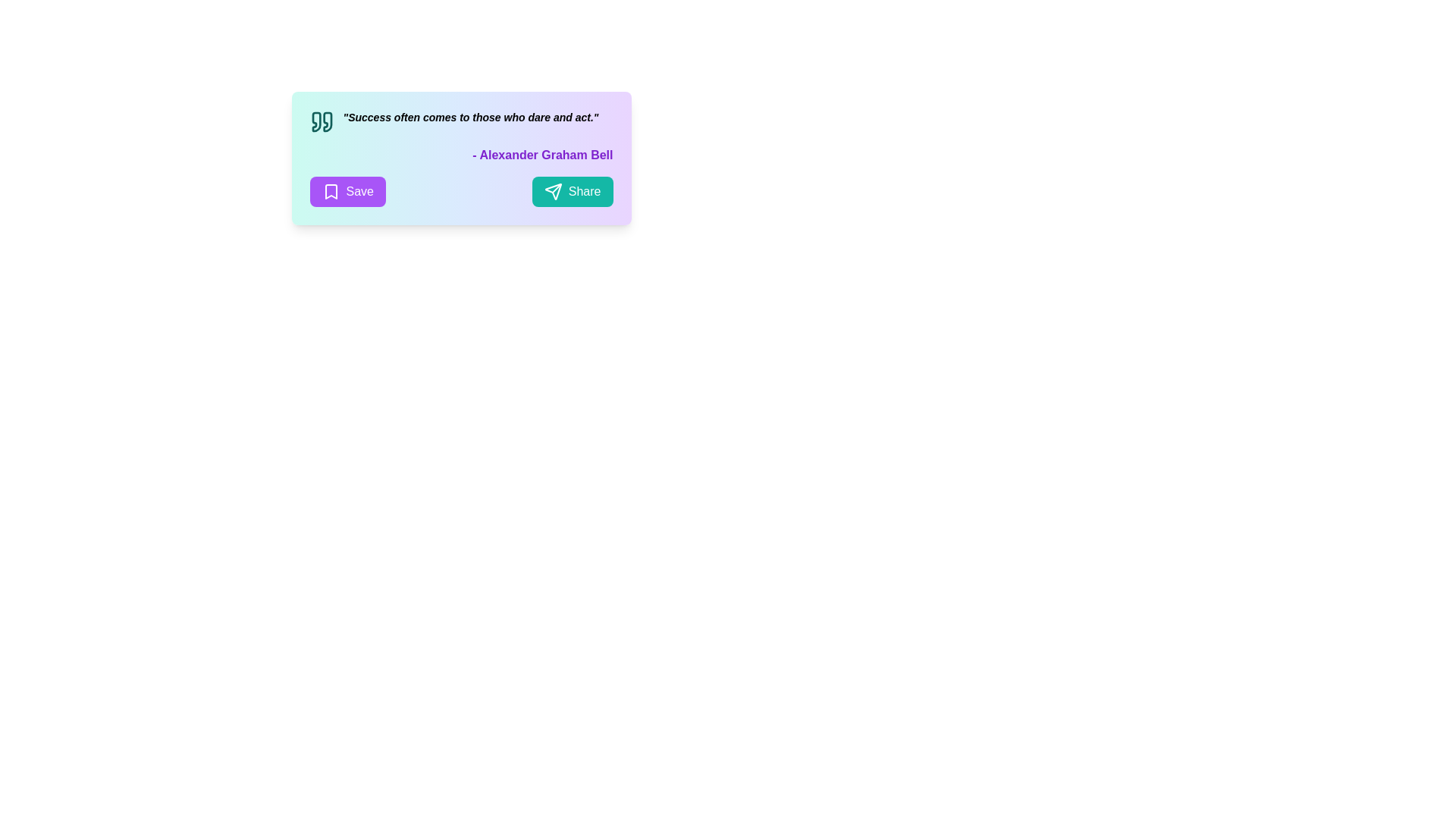 The image size is (1456, 819). I want to click on text content of the motivational quote displayed in the Text display block with decorative icon, which is the first item inside the card layout, so click(460, 121).